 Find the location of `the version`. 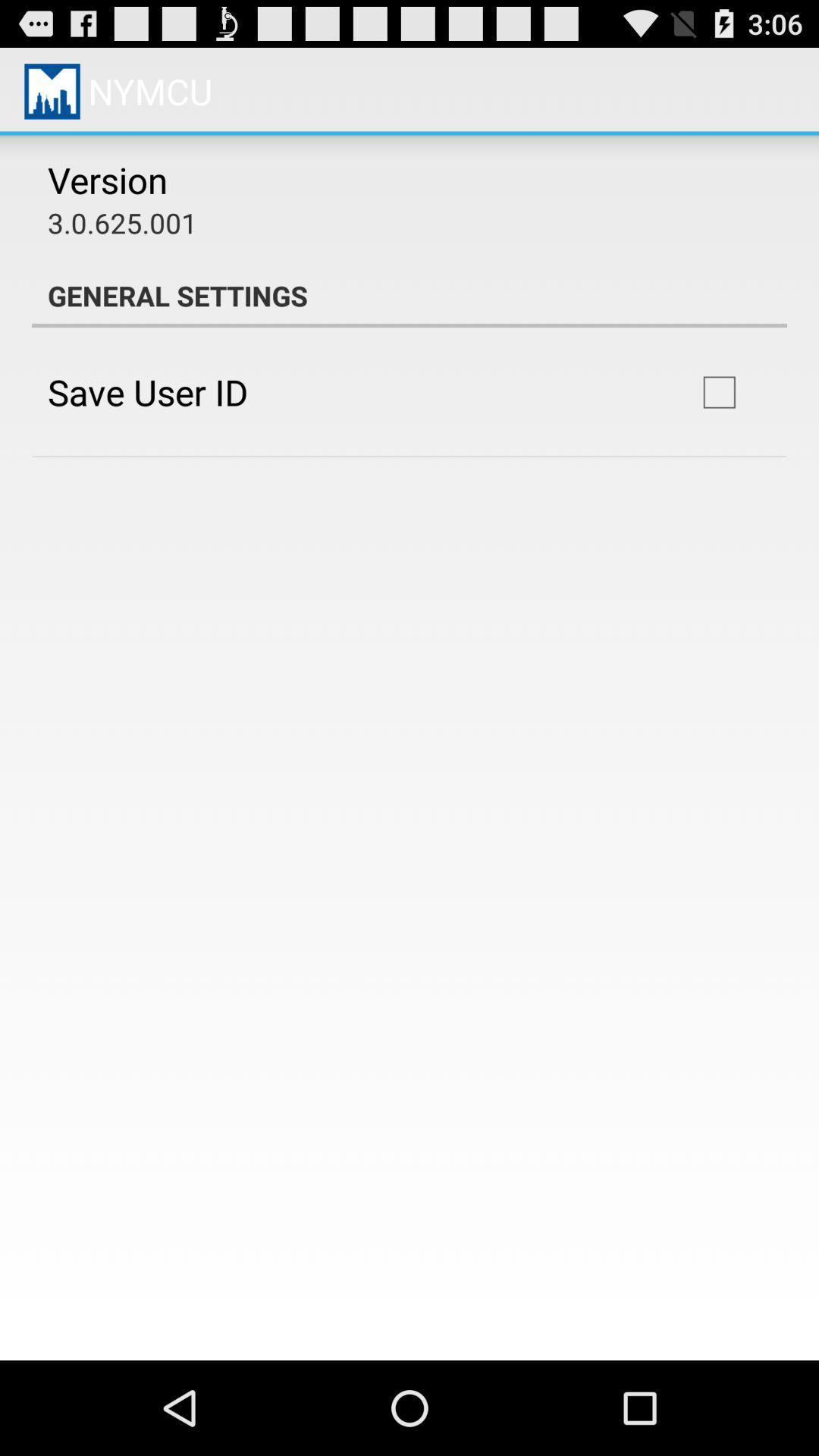

the version is located at coordinates (107, 180).